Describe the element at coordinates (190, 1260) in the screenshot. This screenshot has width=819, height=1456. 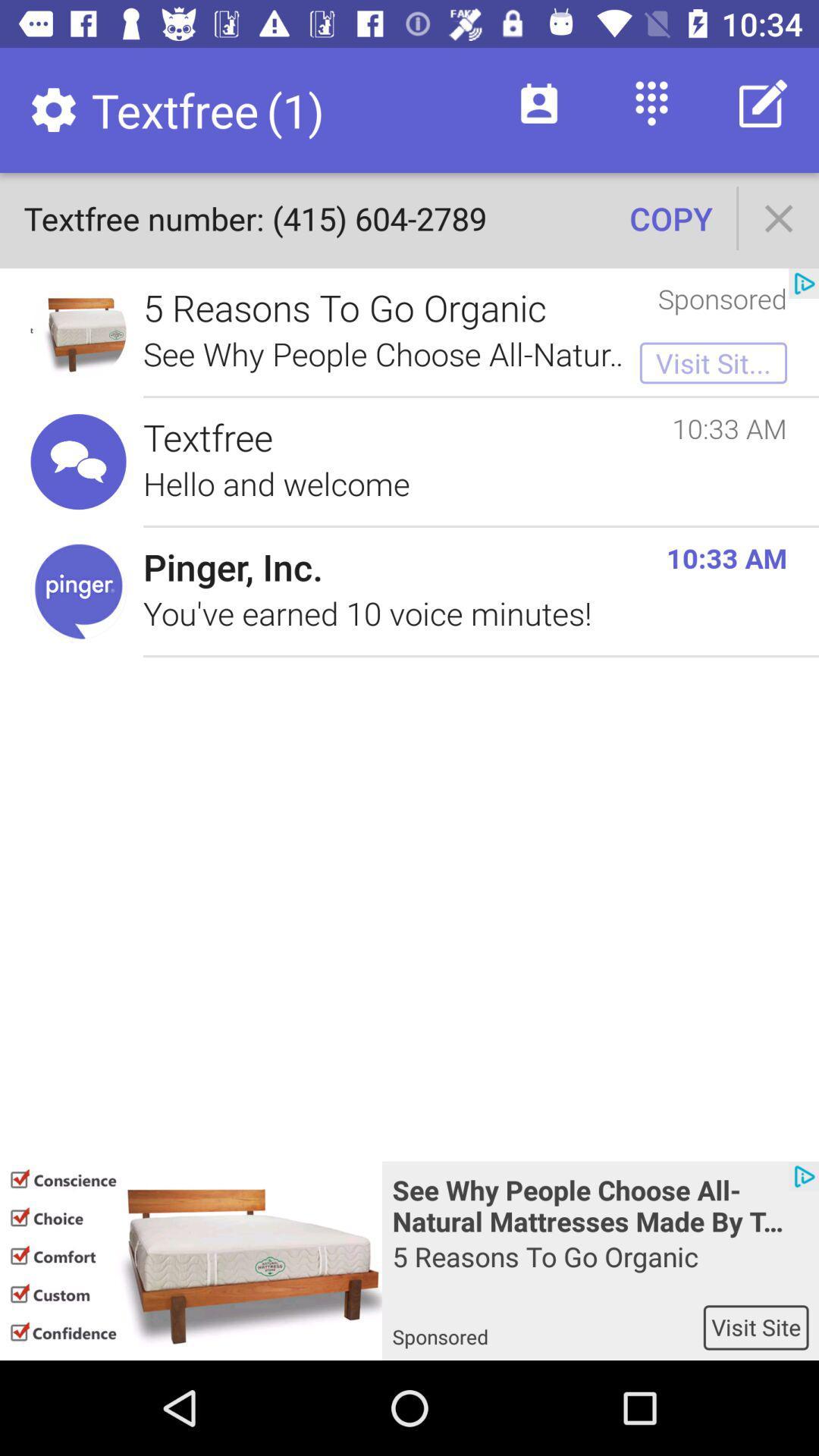
I see `icon at the bottom left corner` at that location.